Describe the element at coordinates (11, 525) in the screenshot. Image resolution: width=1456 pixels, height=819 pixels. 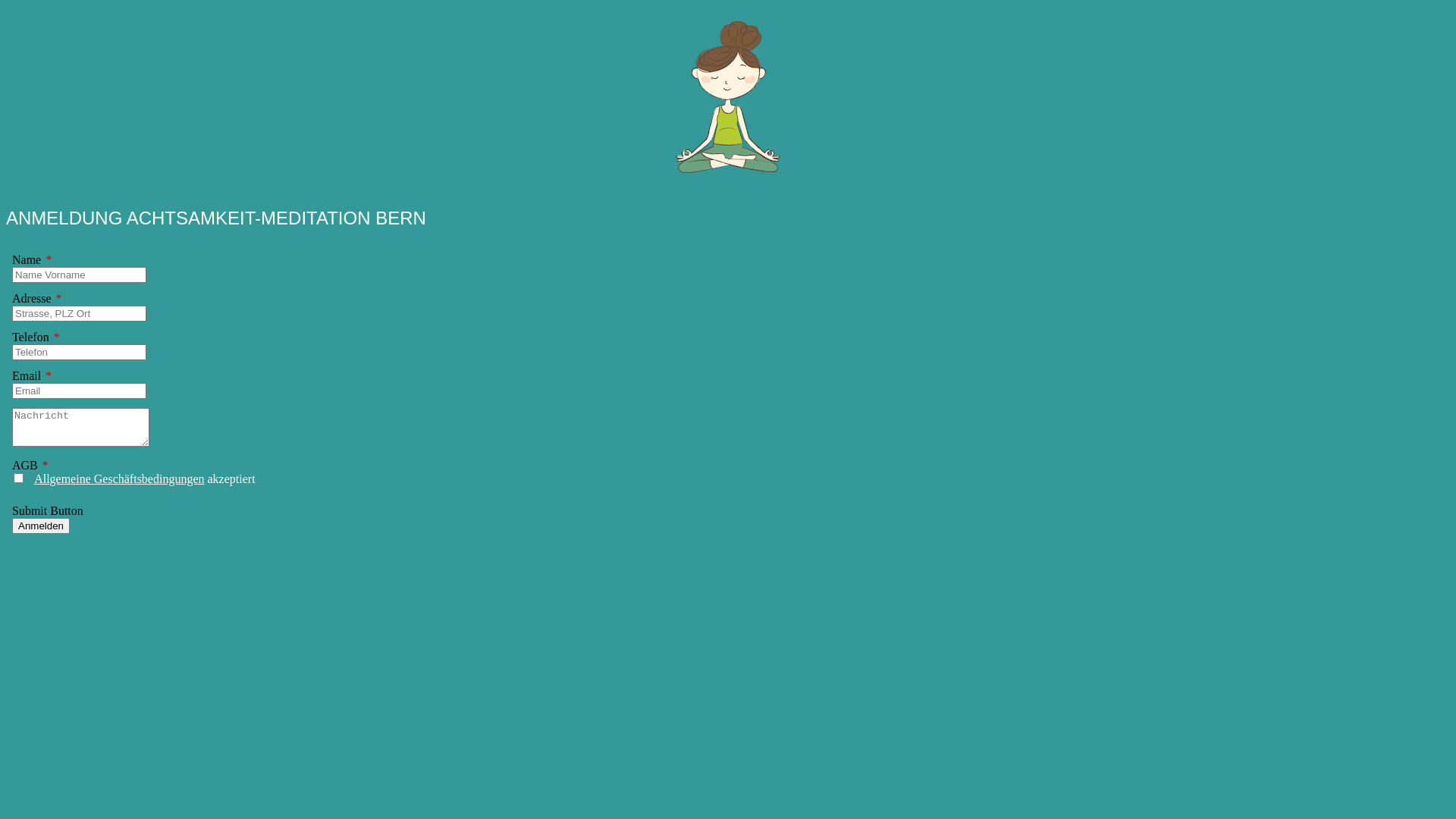
I see `'Anmelden'` at that location.